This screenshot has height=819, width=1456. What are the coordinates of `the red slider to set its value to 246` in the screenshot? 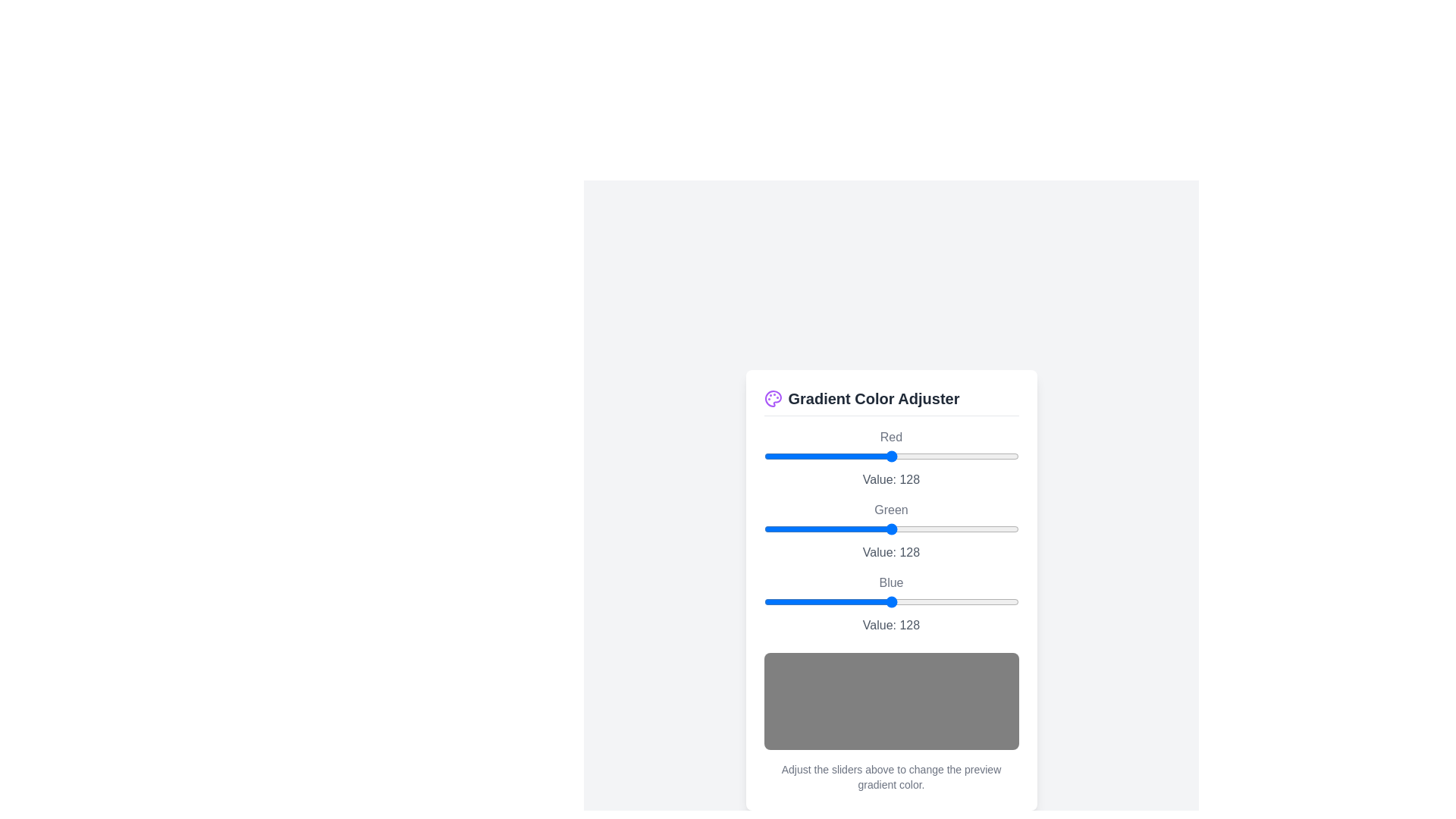 It's located at (1009, 455).